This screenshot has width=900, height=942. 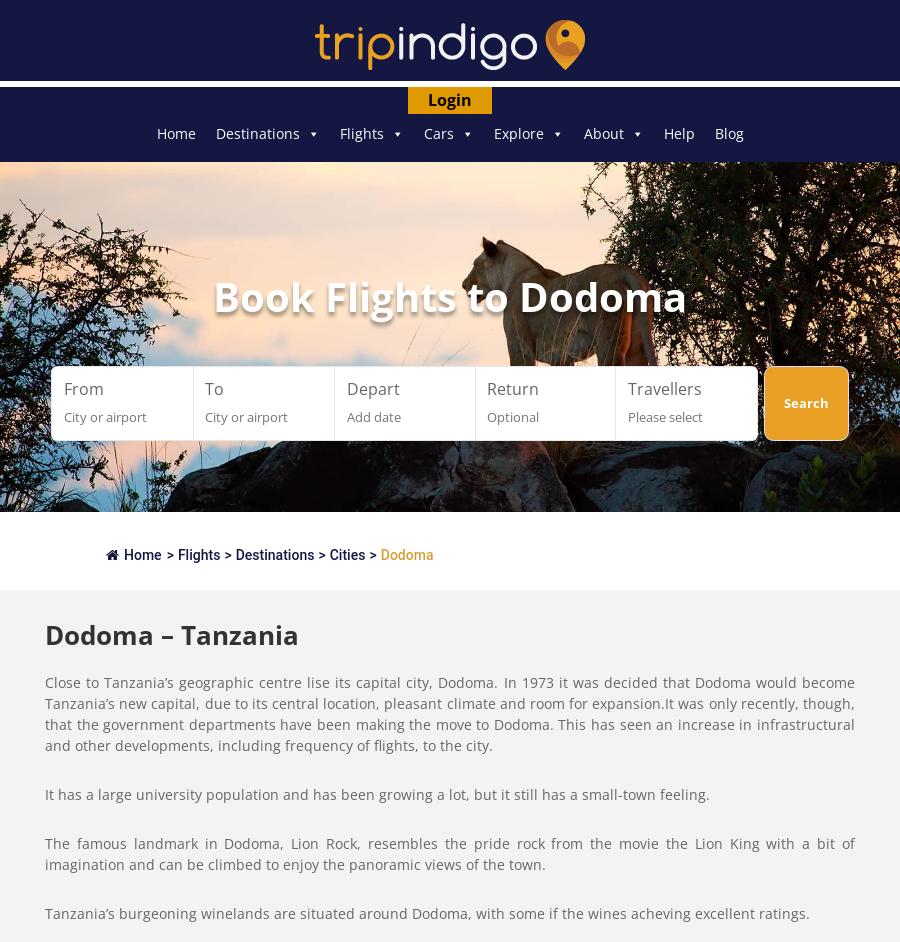 I want to click on 'Travel Documentation And Visas', so click(x=573, y=311).